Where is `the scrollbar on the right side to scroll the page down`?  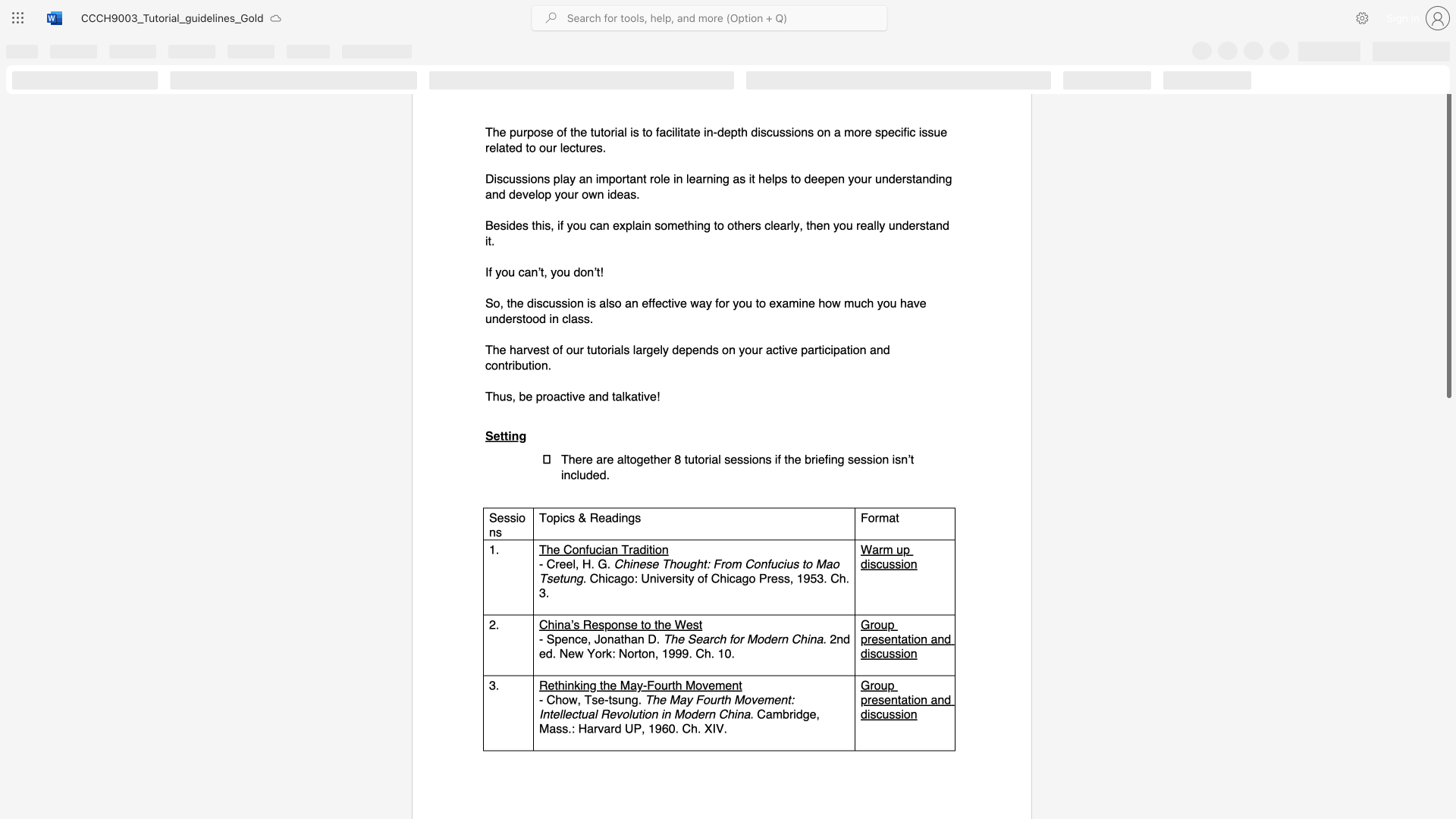 the scrollbar on the right side to scroll the page down is located at coordinates (1448, 659).